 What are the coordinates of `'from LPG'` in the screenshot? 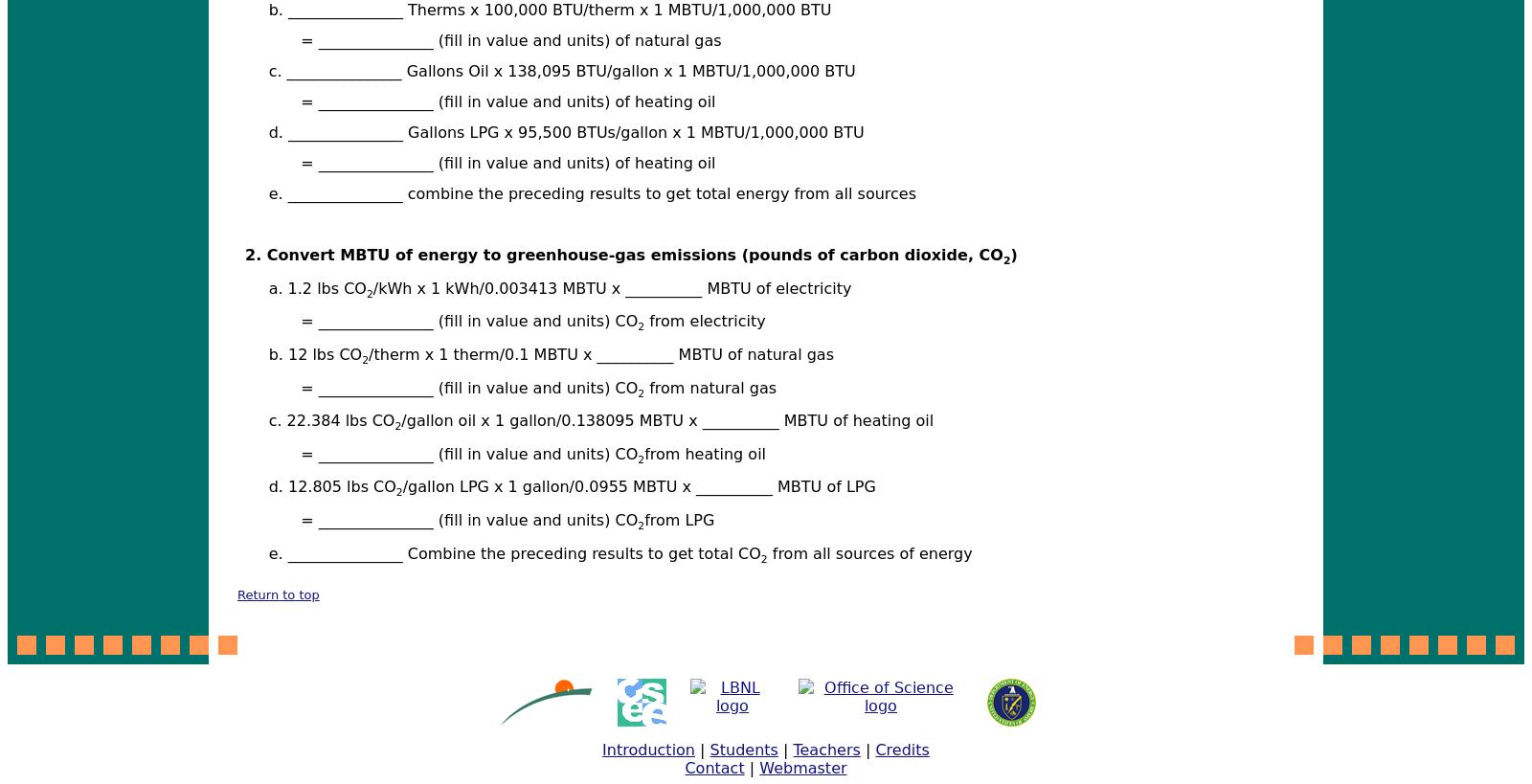 It's located at (679, 519).